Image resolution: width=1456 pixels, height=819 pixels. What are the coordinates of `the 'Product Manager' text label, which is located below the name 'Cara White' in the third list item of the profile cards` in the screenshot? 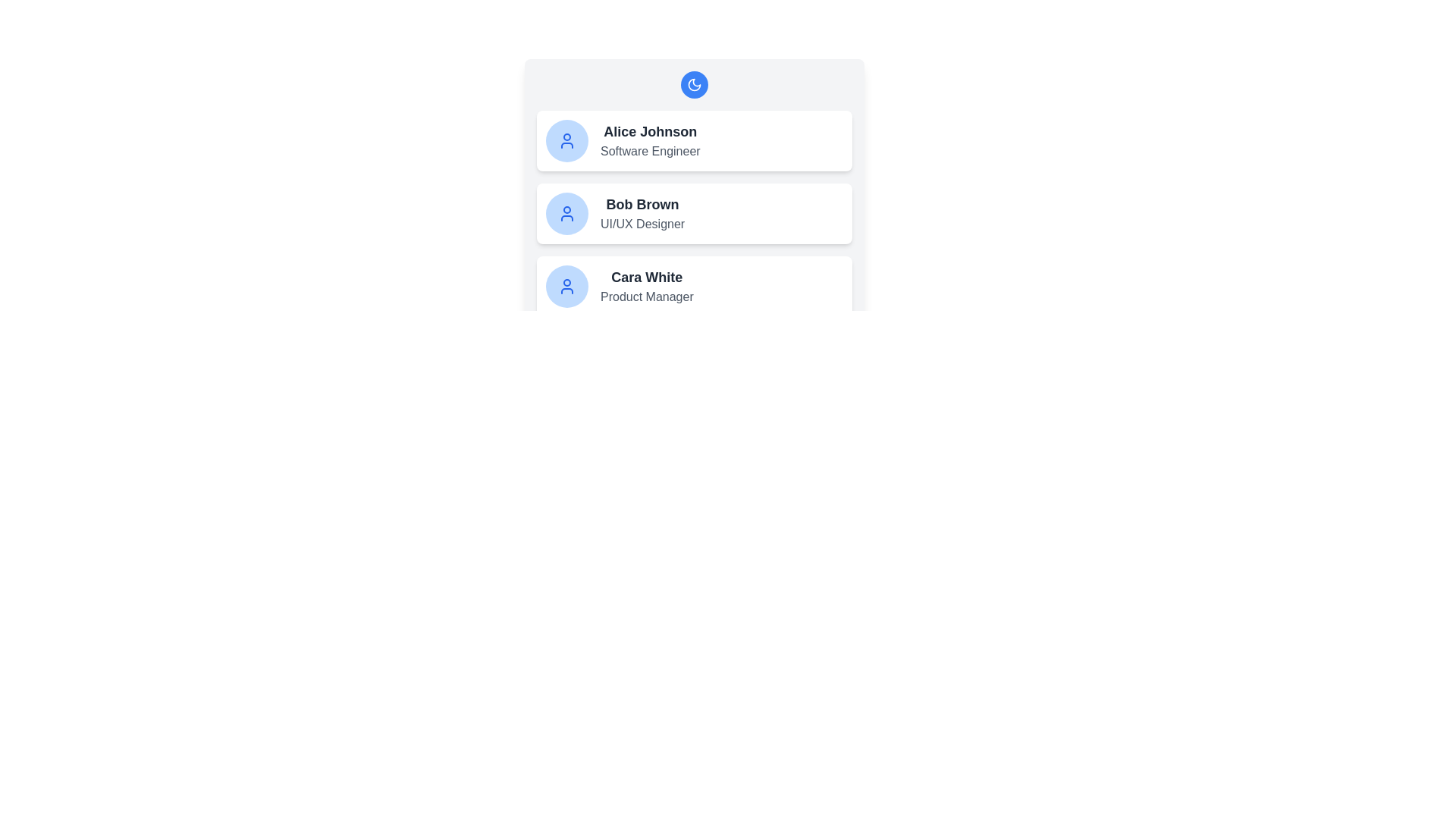 It's located at (647, 297).